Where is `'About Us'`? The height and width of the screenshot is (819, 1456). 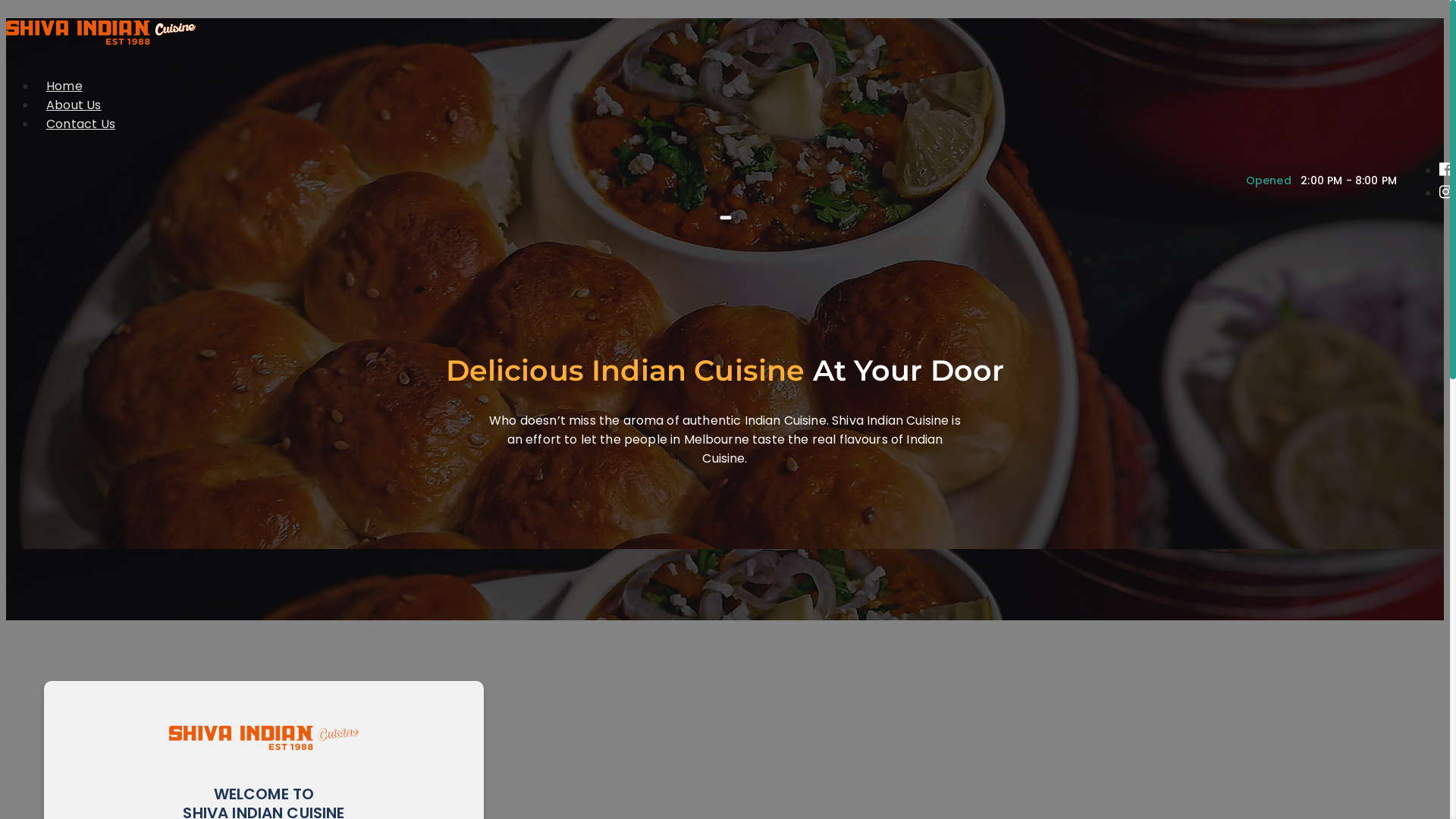 'About Us' is located at coordinates (73, 104).